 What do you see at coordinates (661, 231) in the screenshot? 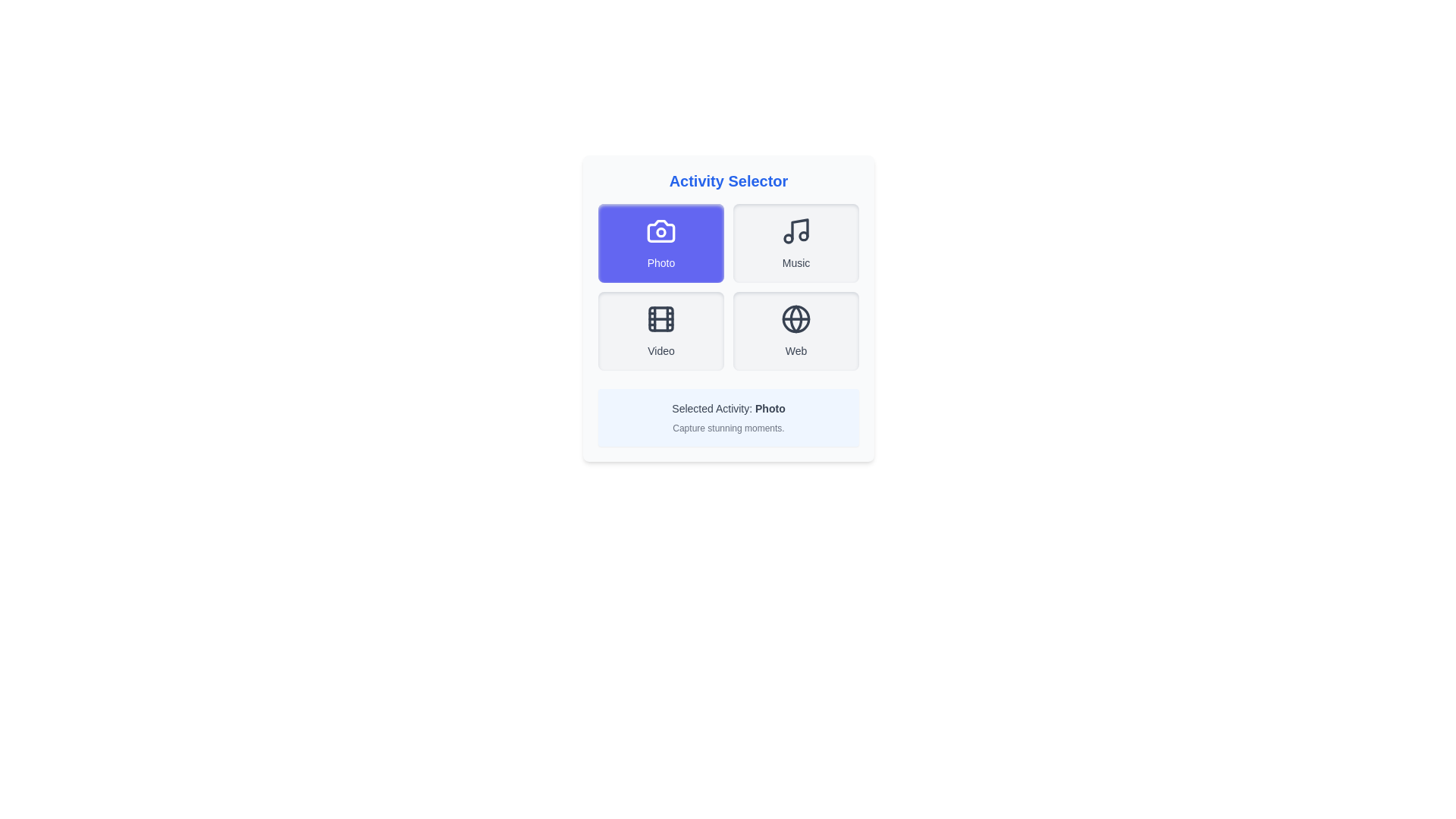
I see `the lens part of the camera icon, which represents the 'Photo' option in the activity selector interface` at bounding box center [661, 231].